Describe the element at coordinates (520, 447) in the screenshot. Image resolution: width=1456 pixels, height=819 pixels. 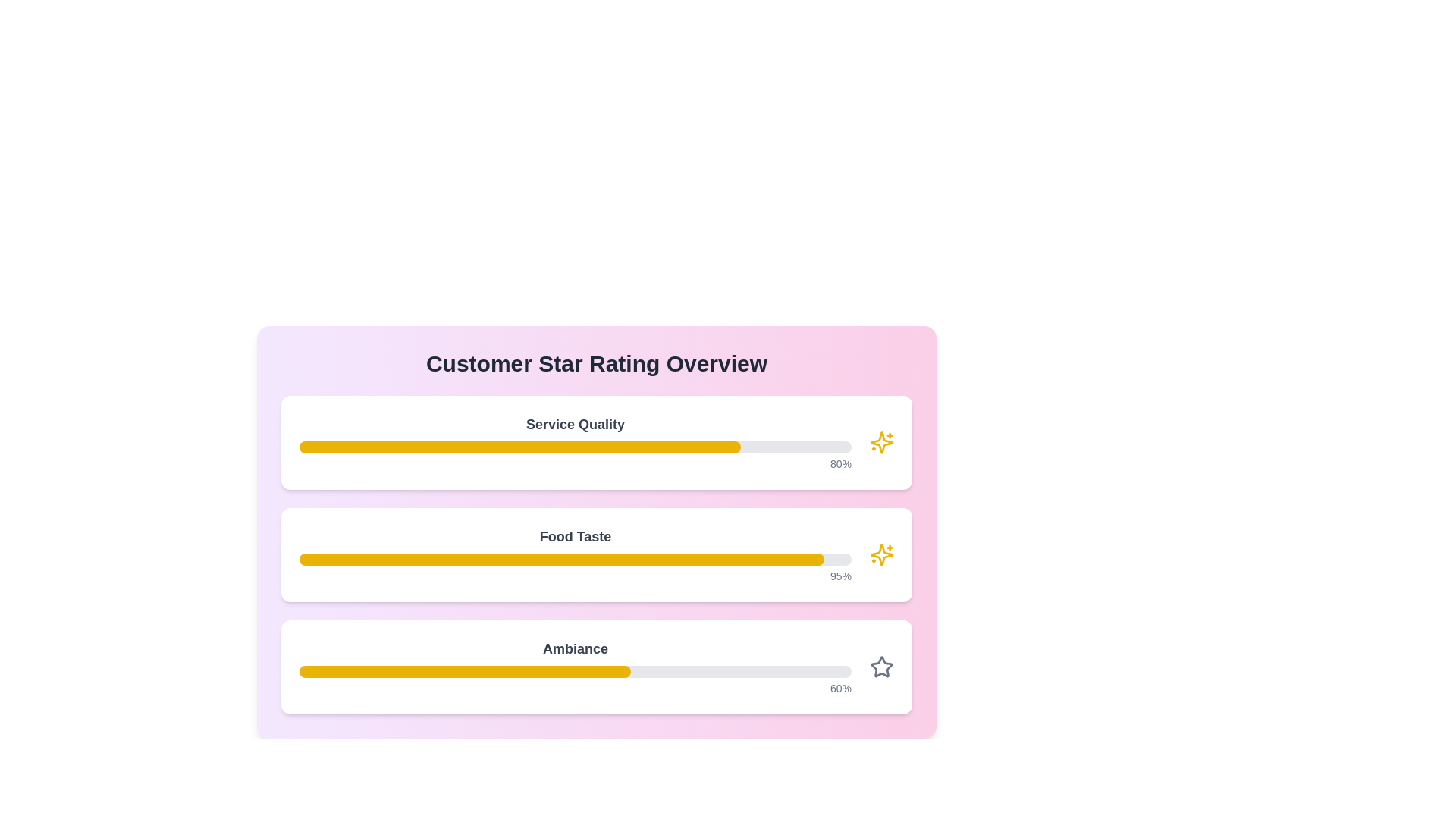
I see `the progress bar segment indicating 80% completion for 'Service Quality' located at the topmost progress bar` at that location.